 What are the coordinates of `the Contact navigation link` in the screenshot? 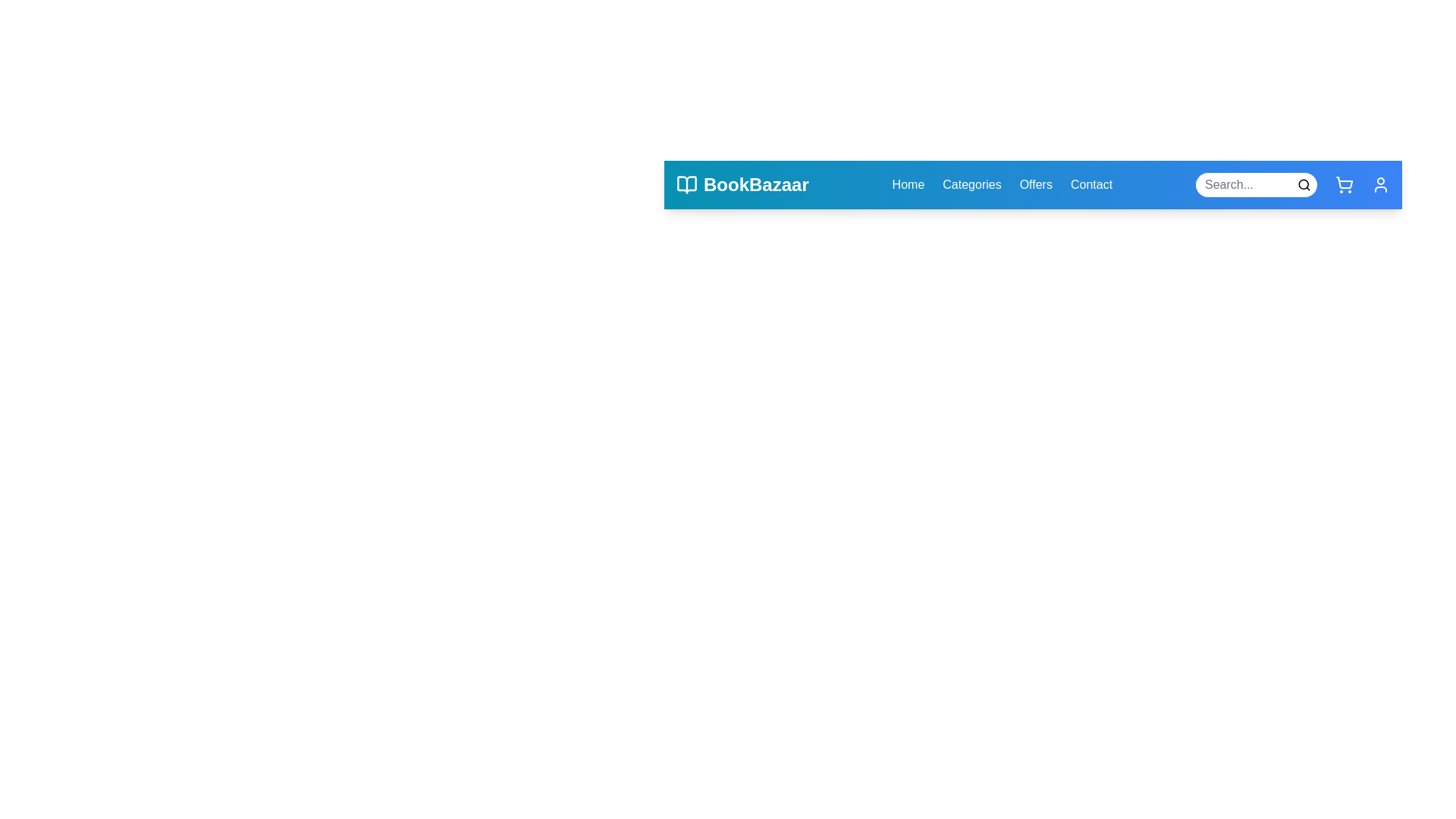 It's located at (1090, 184).